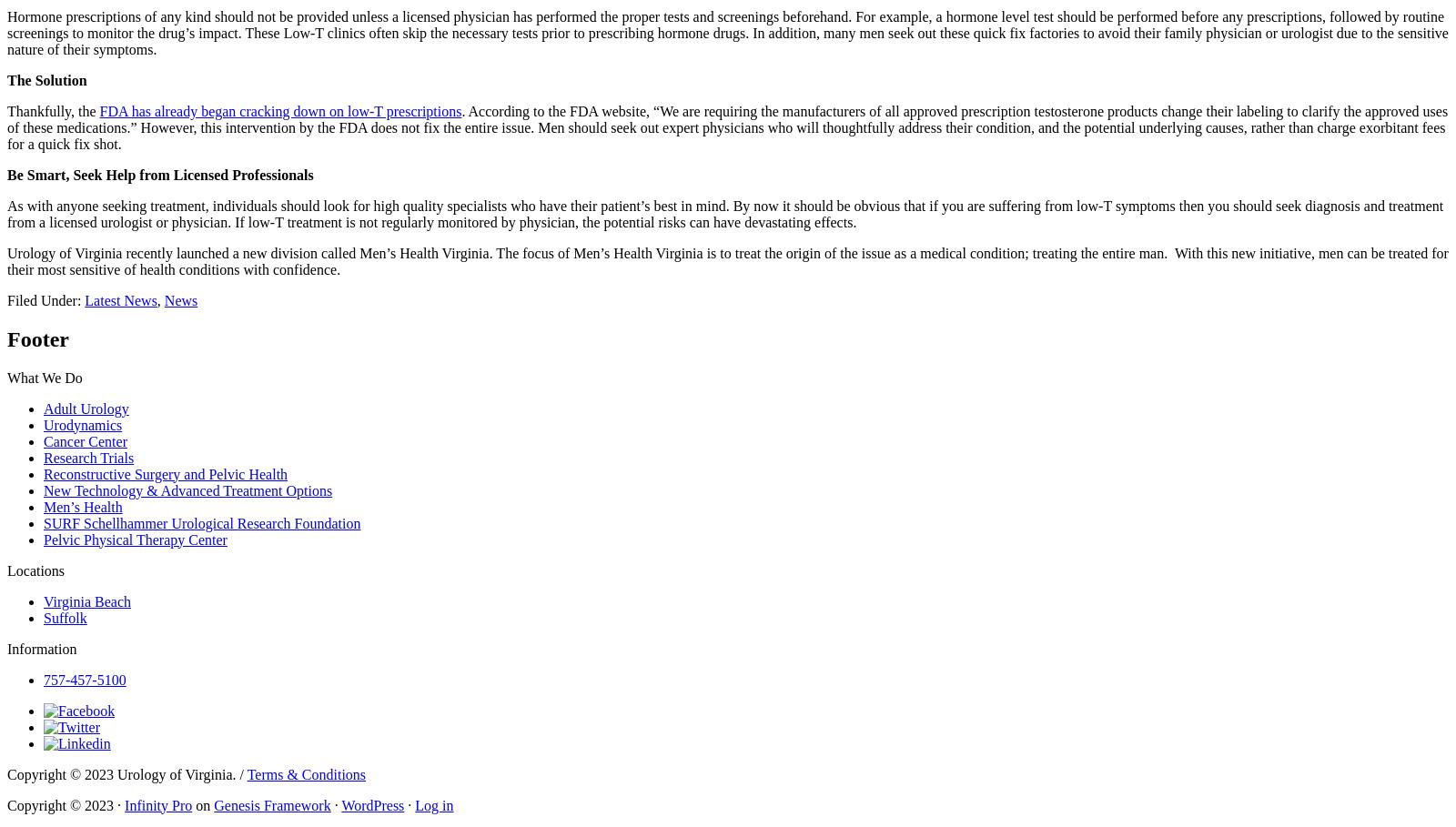  Describe the element at coordinates (165, 472) in the screenshot. I see `'Reconstructive Surgery and Pelvic Health'` at that location.